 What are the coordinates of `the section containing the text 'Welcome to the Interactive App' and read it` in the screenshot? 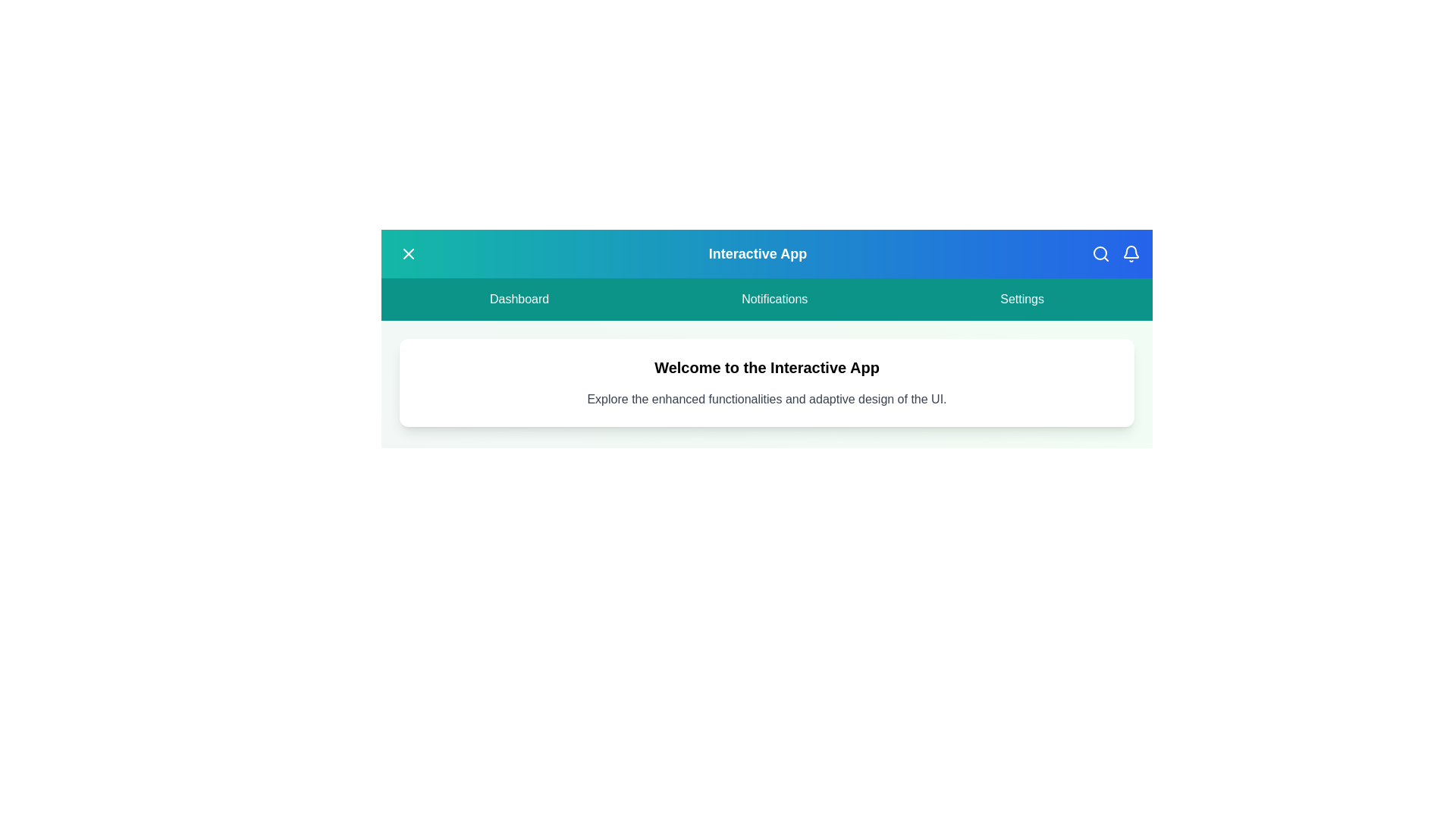 It's located at (767, 368).